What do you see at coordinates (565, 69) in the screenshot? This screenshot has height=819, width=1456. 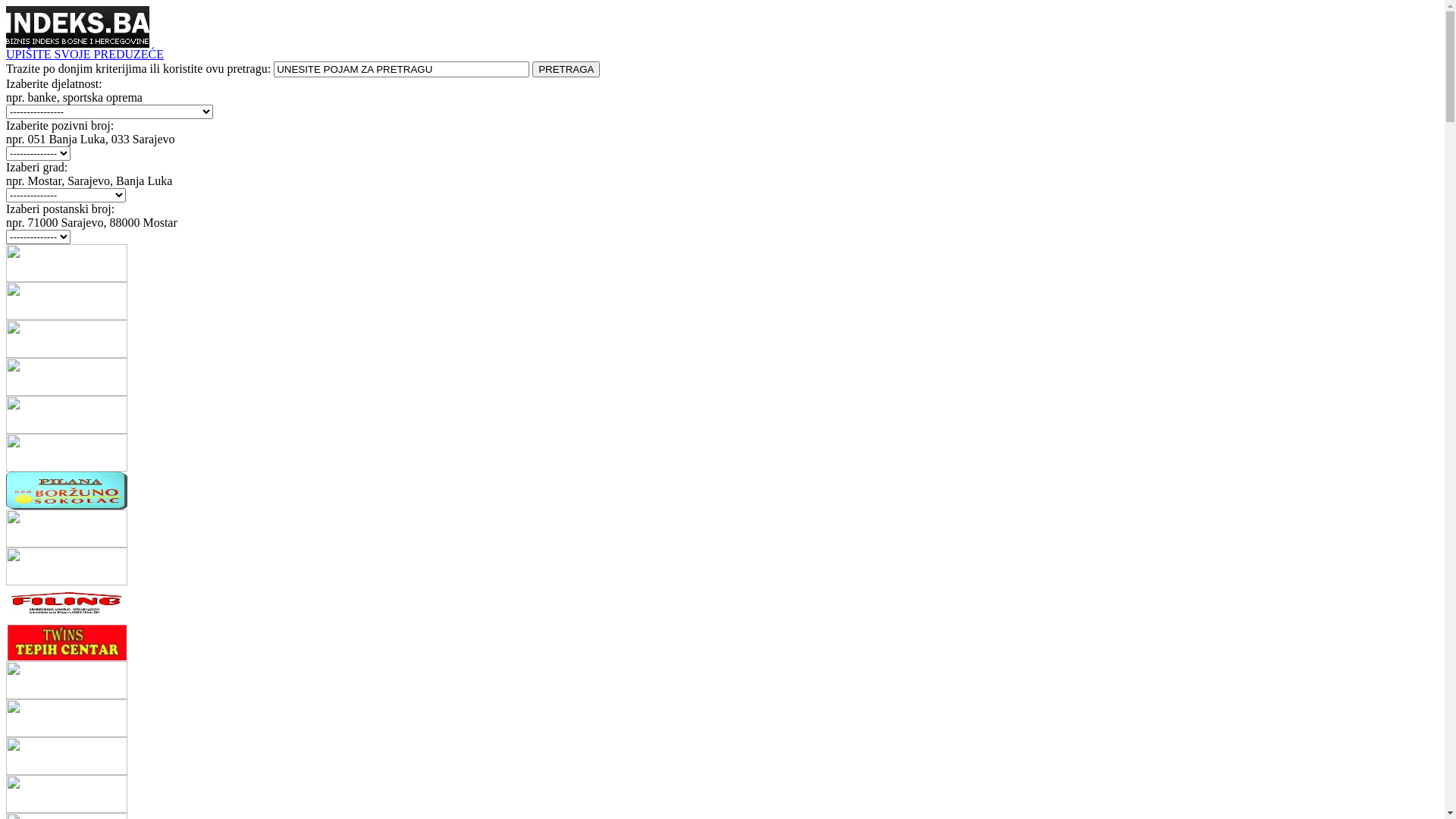 I see `'PRETRAGA'` at bounding box center [565, 69].